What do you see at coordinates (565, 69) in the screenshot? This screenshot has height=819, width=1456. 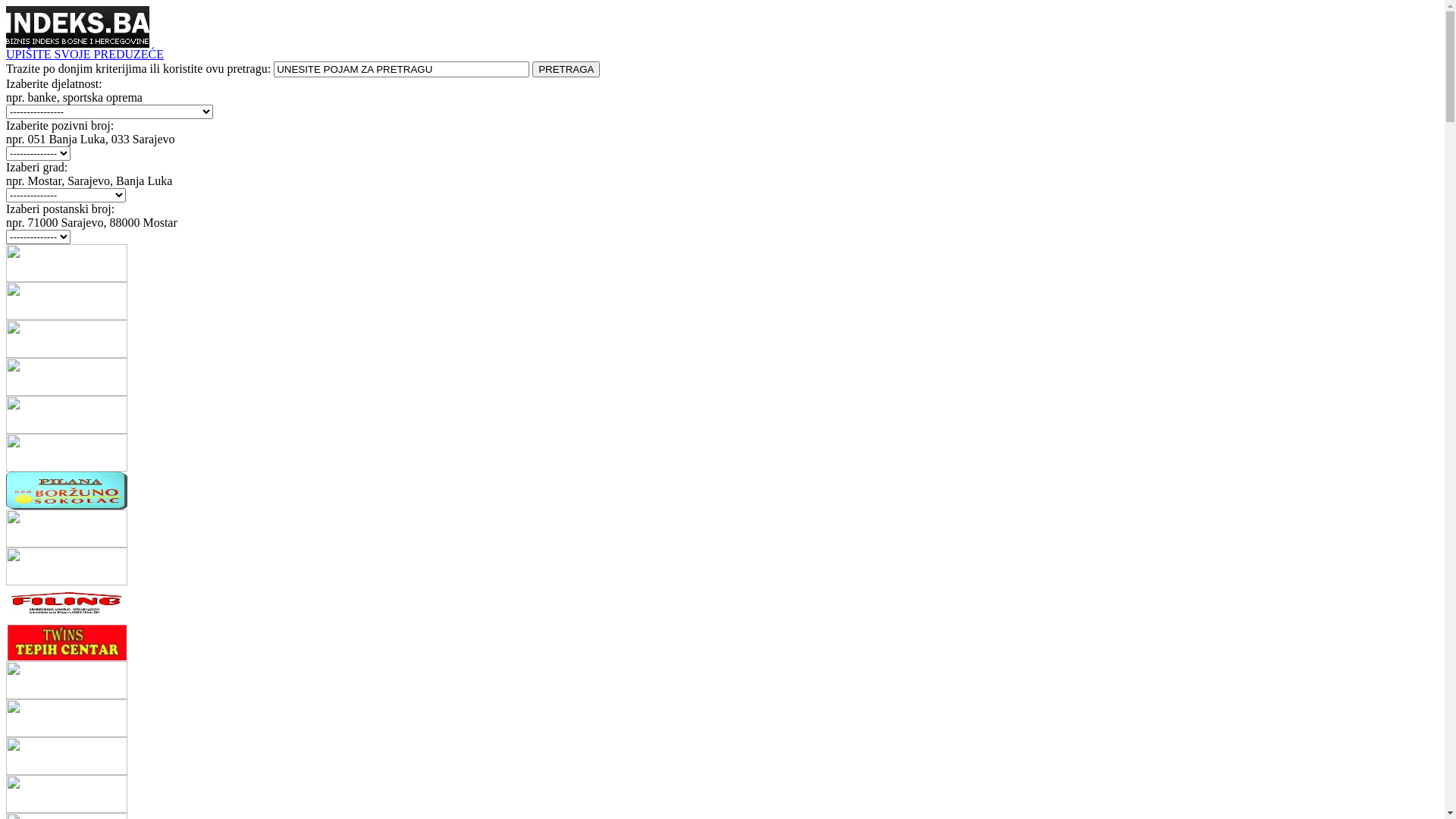 I see `'PRETRAGA'` at bounding box center [565, 69].